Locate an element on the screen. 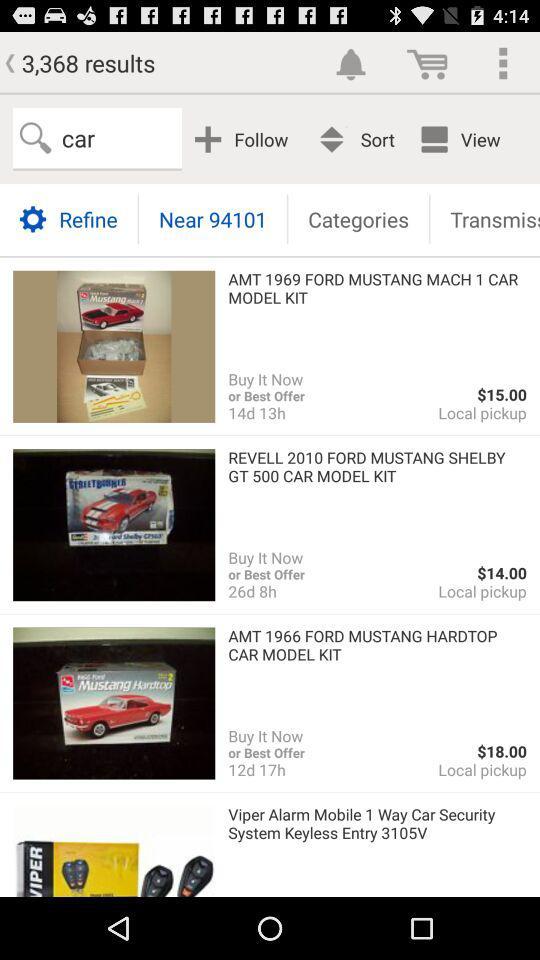  the item above amt 1969 ford icon is located at coordinates (357, 218).